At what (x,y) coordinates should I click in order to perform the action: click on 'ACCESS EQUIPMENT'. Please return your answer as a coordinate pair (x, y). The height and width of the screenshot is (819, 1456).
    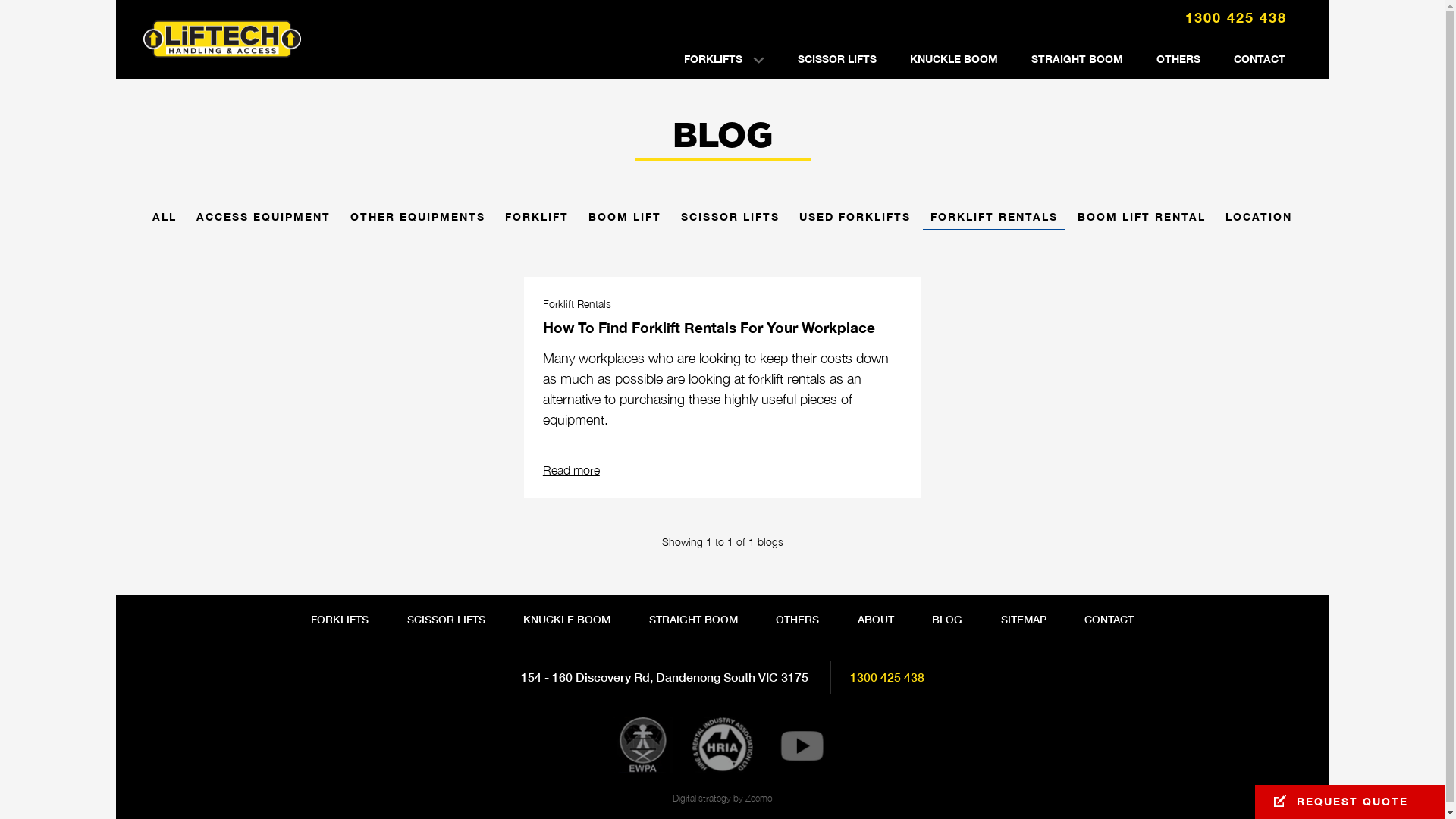
    Looking at the image, I should click on (263, 219).